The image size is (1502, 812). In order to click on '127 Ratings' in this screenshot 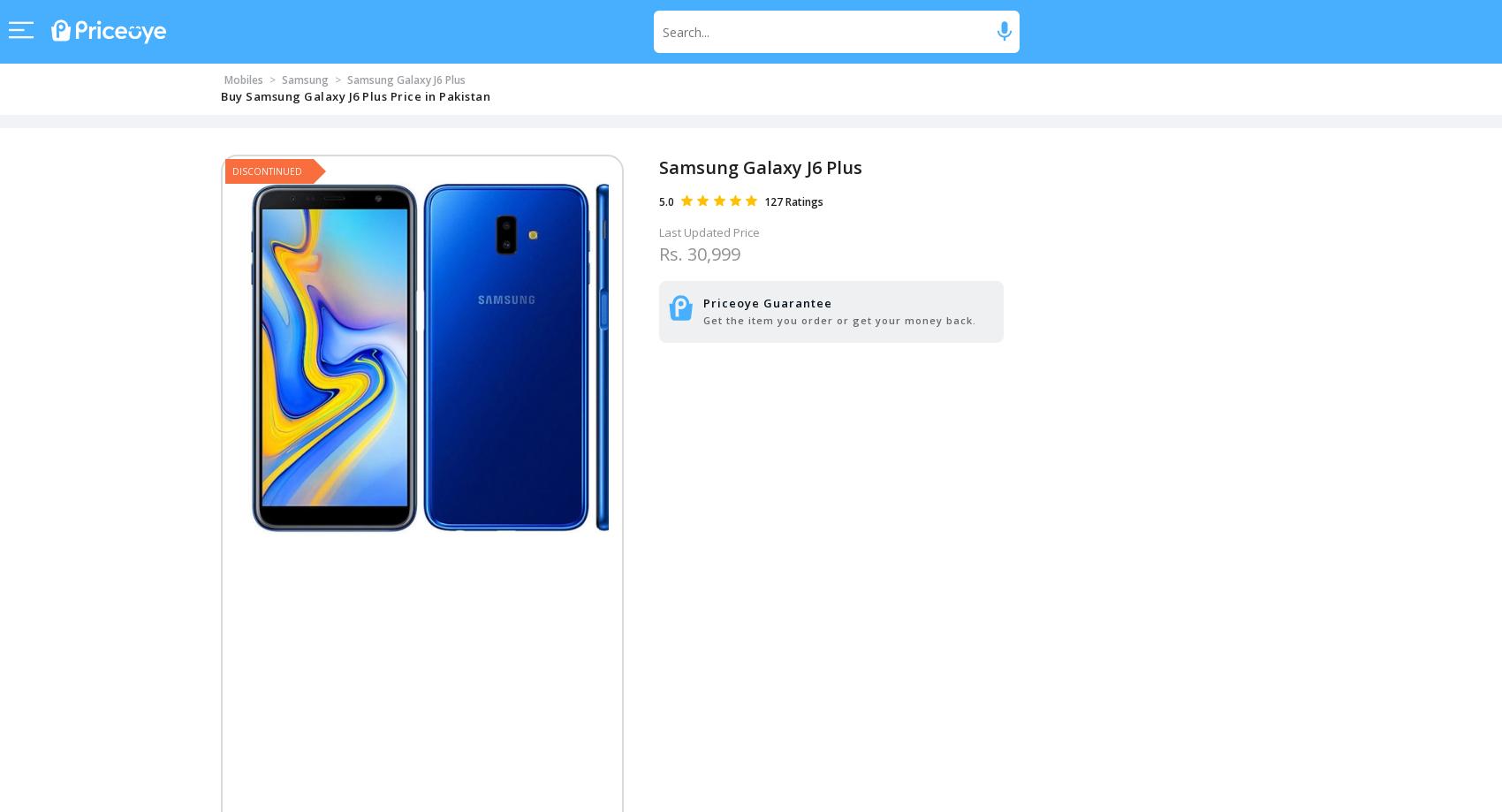, I will do `click(793, 201)`.